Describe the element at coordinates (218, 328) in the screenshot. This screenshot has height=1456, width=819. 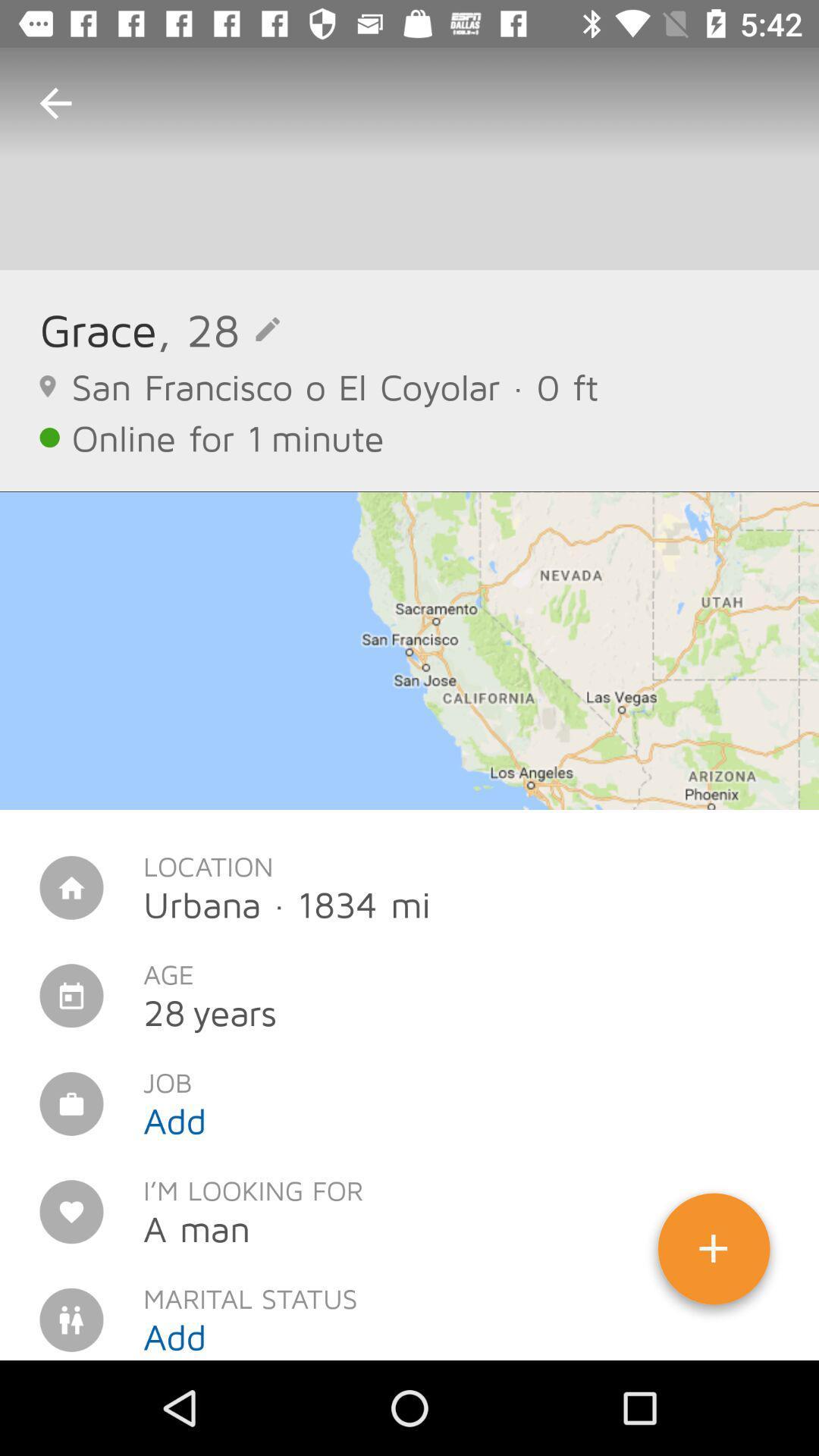
I see `item to the right of the grace icon` at that location.